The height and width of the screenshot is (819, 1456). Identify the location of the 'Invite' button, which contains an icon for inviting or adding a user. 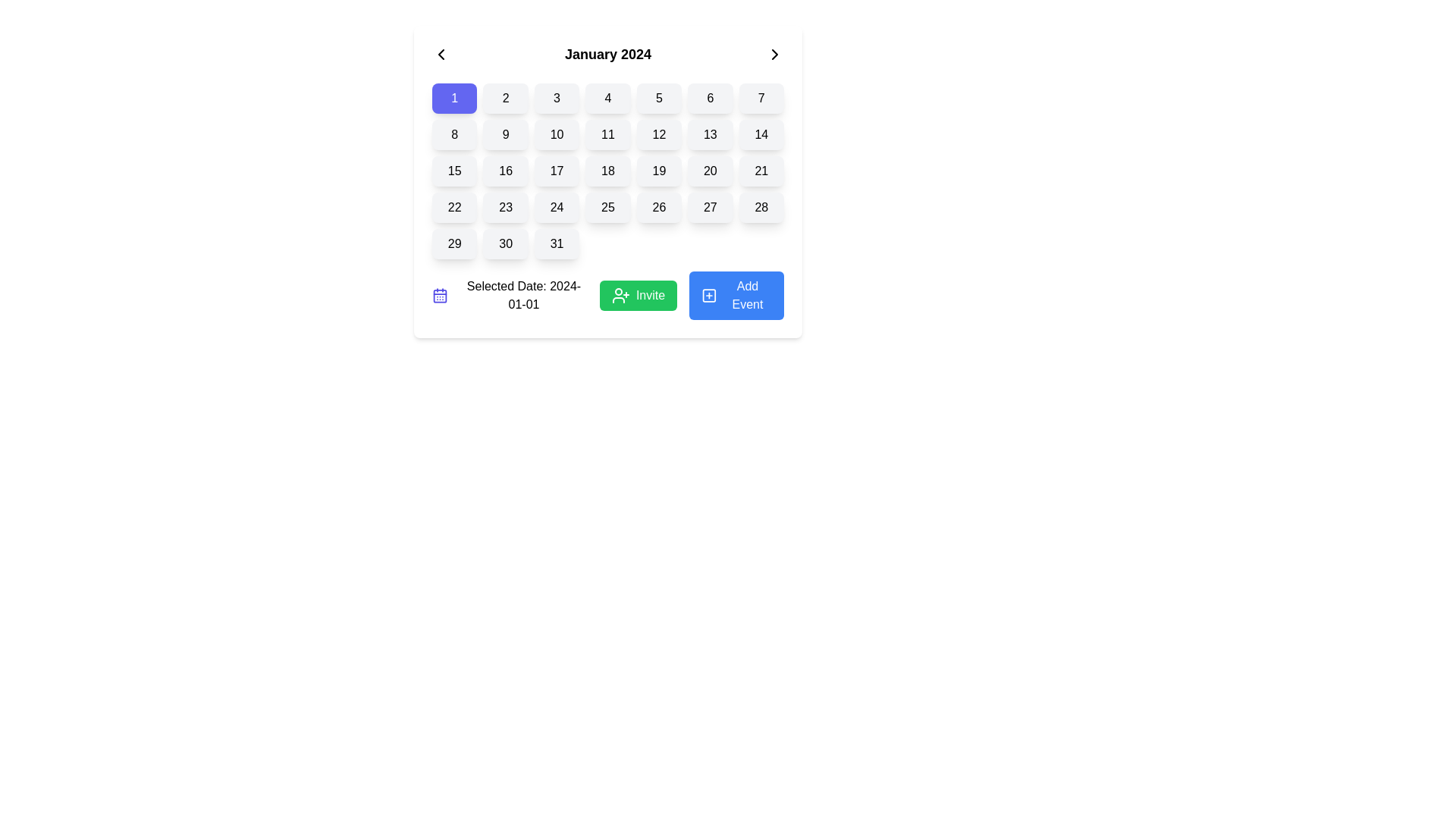
(620, 295).